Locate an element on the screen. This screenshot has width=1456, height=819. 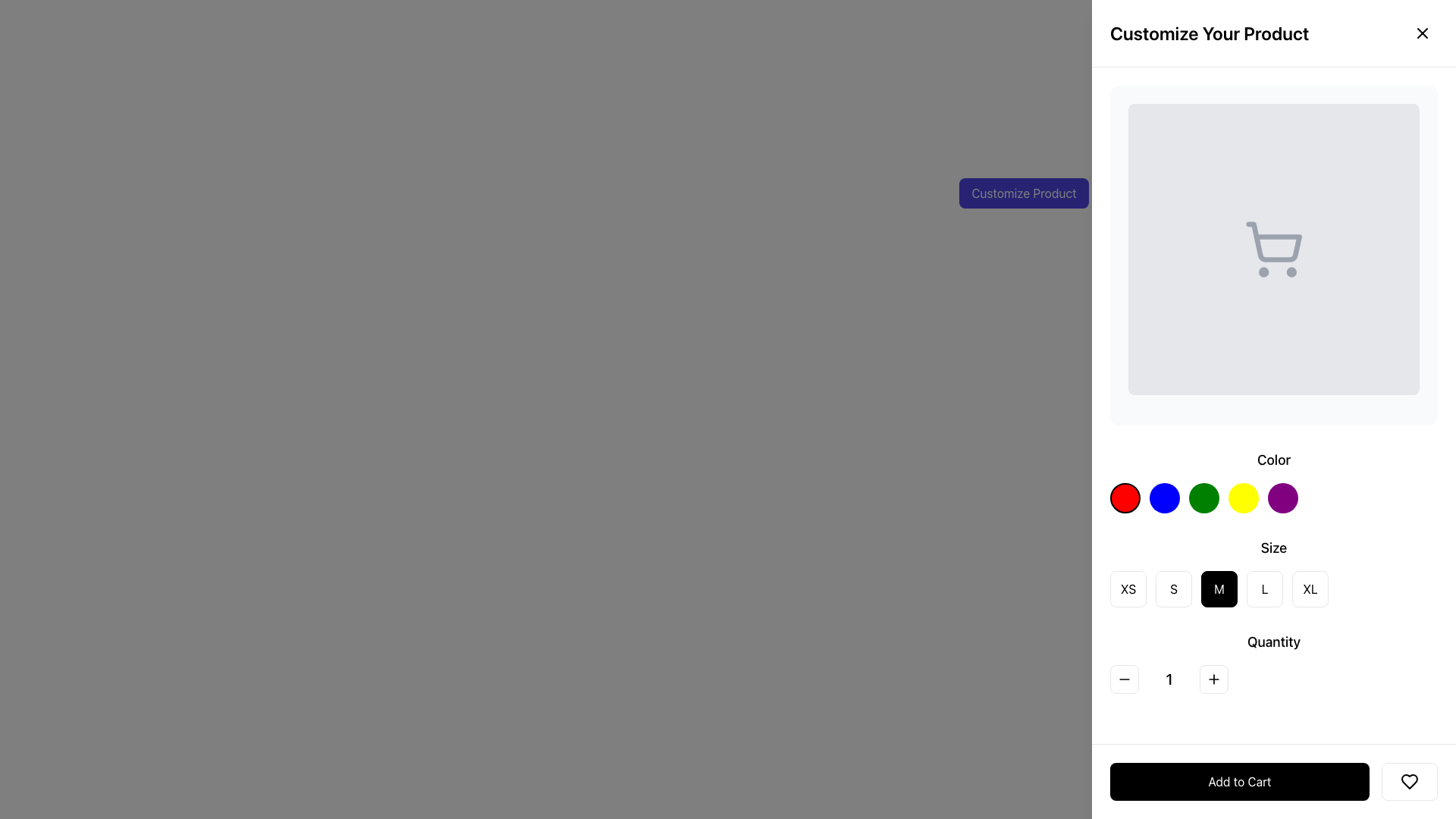
the Placeholder card with an icon, which represents a product image or category and is located at the top section of the product customization interface is located at coordinates (1274, 254).